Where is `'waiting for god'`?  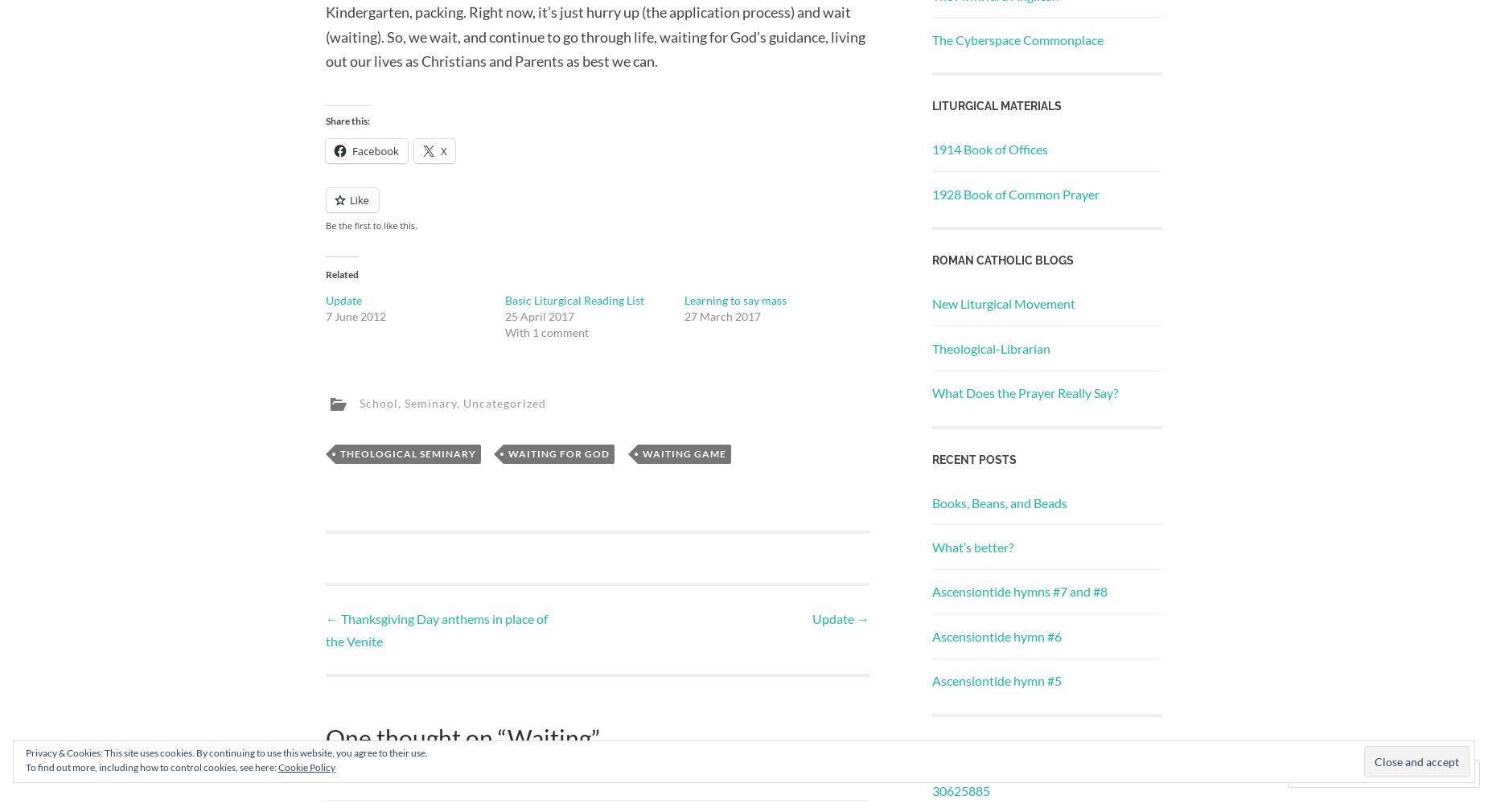 'waiting for god' is located at coordinates (508, 452).